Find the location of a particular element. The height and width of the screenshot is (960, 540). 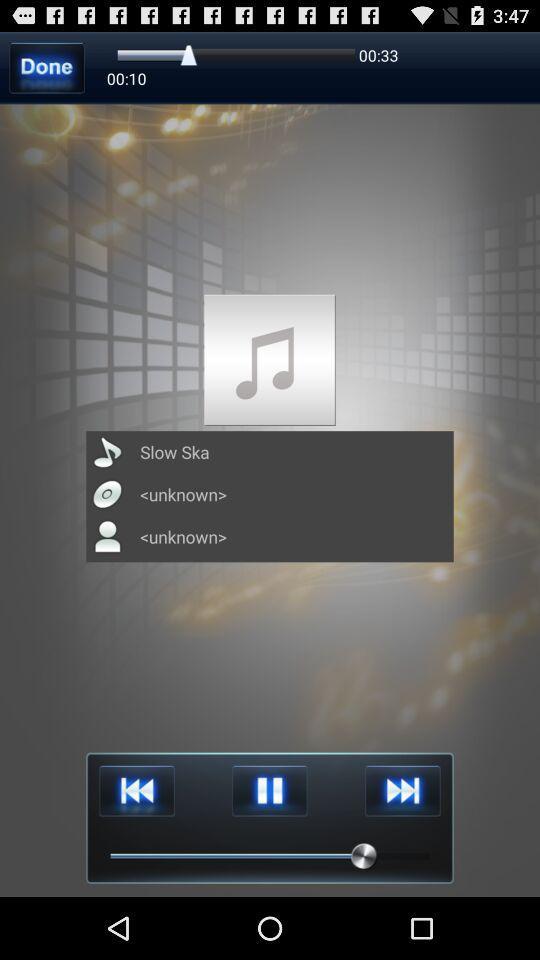

go back is located at coordinates (136, 791).